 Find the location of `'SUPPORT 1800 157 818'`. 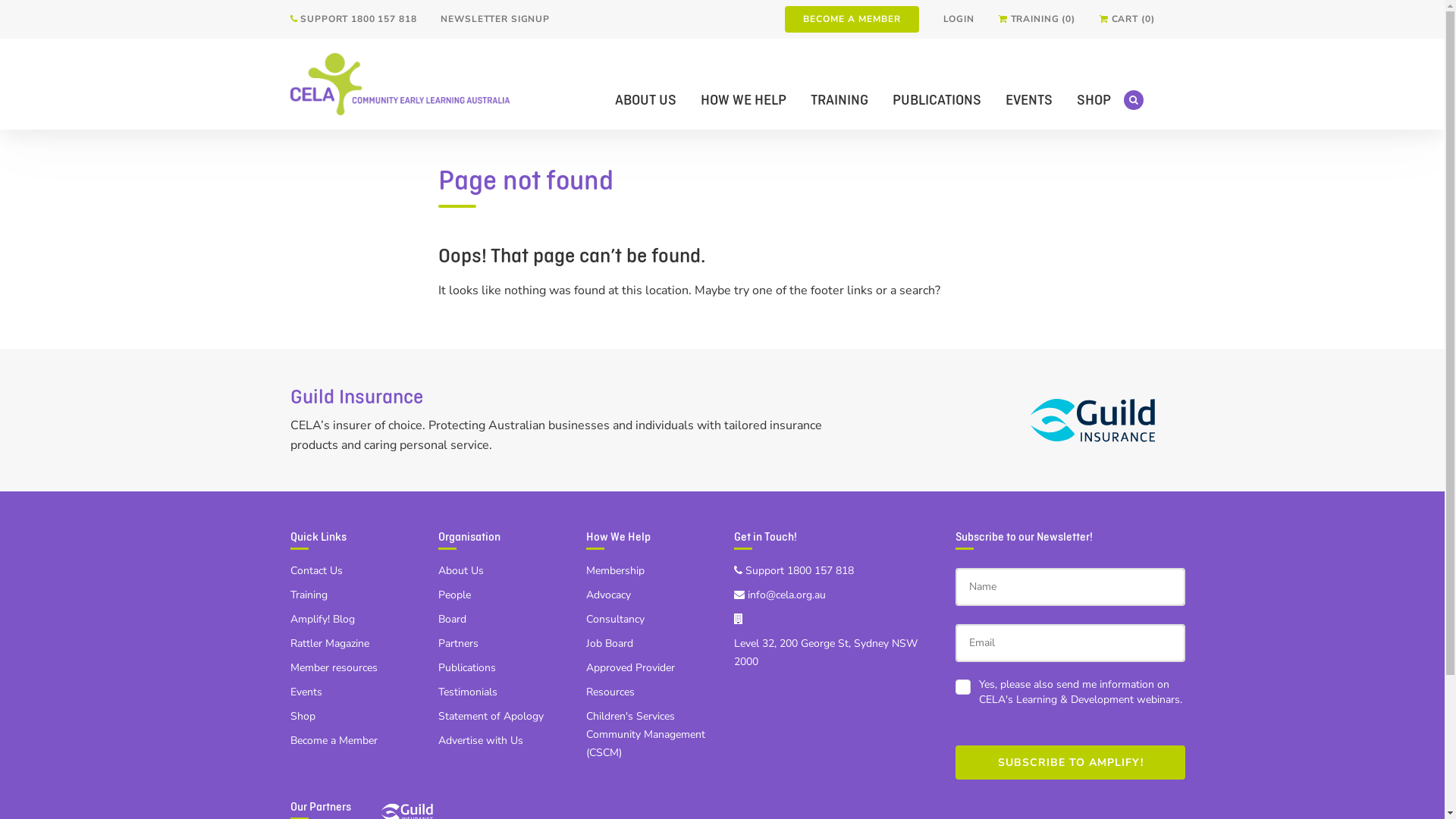

'SUPPORT 1800 157 818' is located at coordinates (352, 19).